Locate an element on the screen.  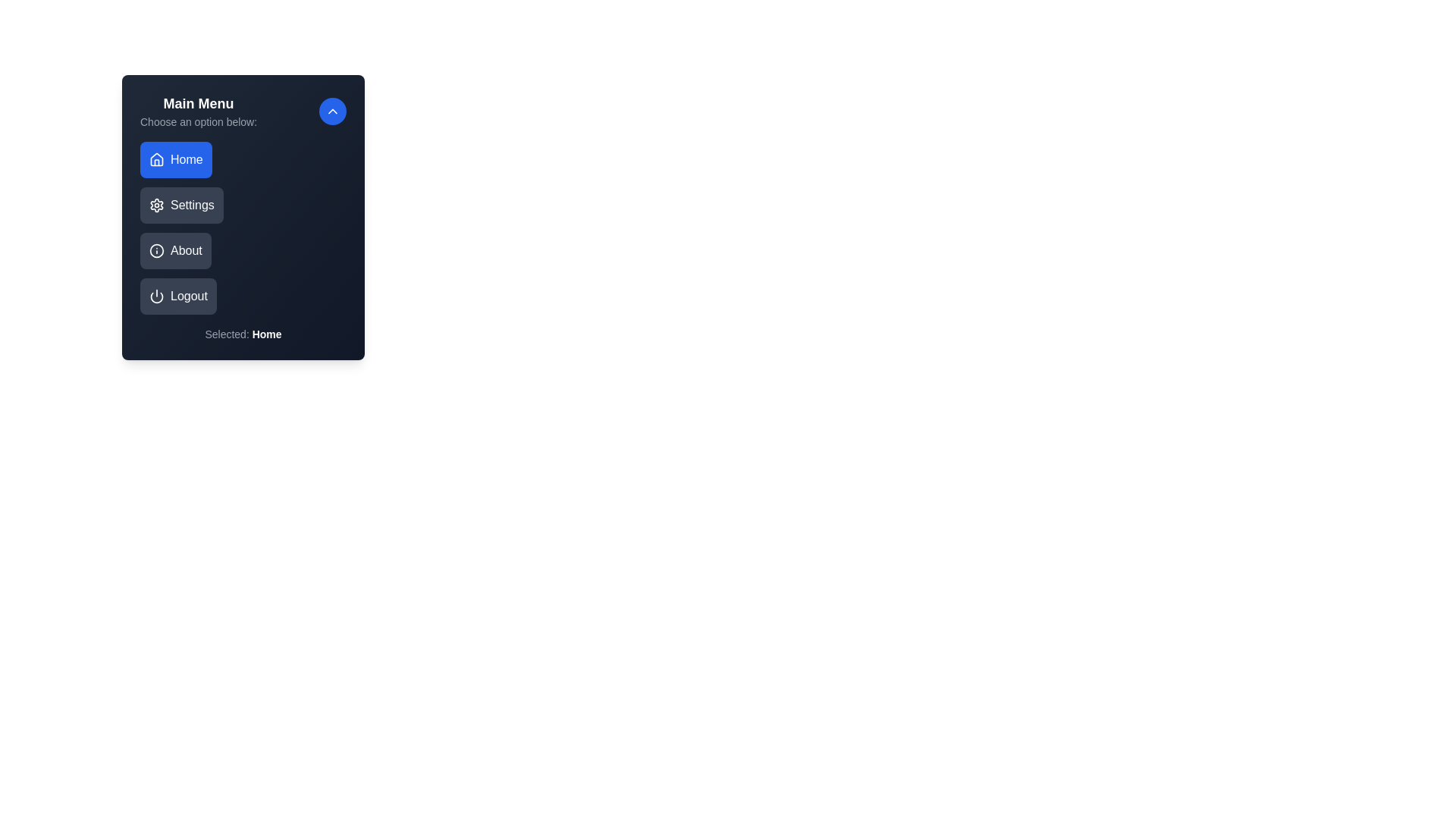
the 'Home' label, which is displayed in bold white font at the bottom center of the menu panel, below the 'Selected:' section is located at coordinates (267, 333).